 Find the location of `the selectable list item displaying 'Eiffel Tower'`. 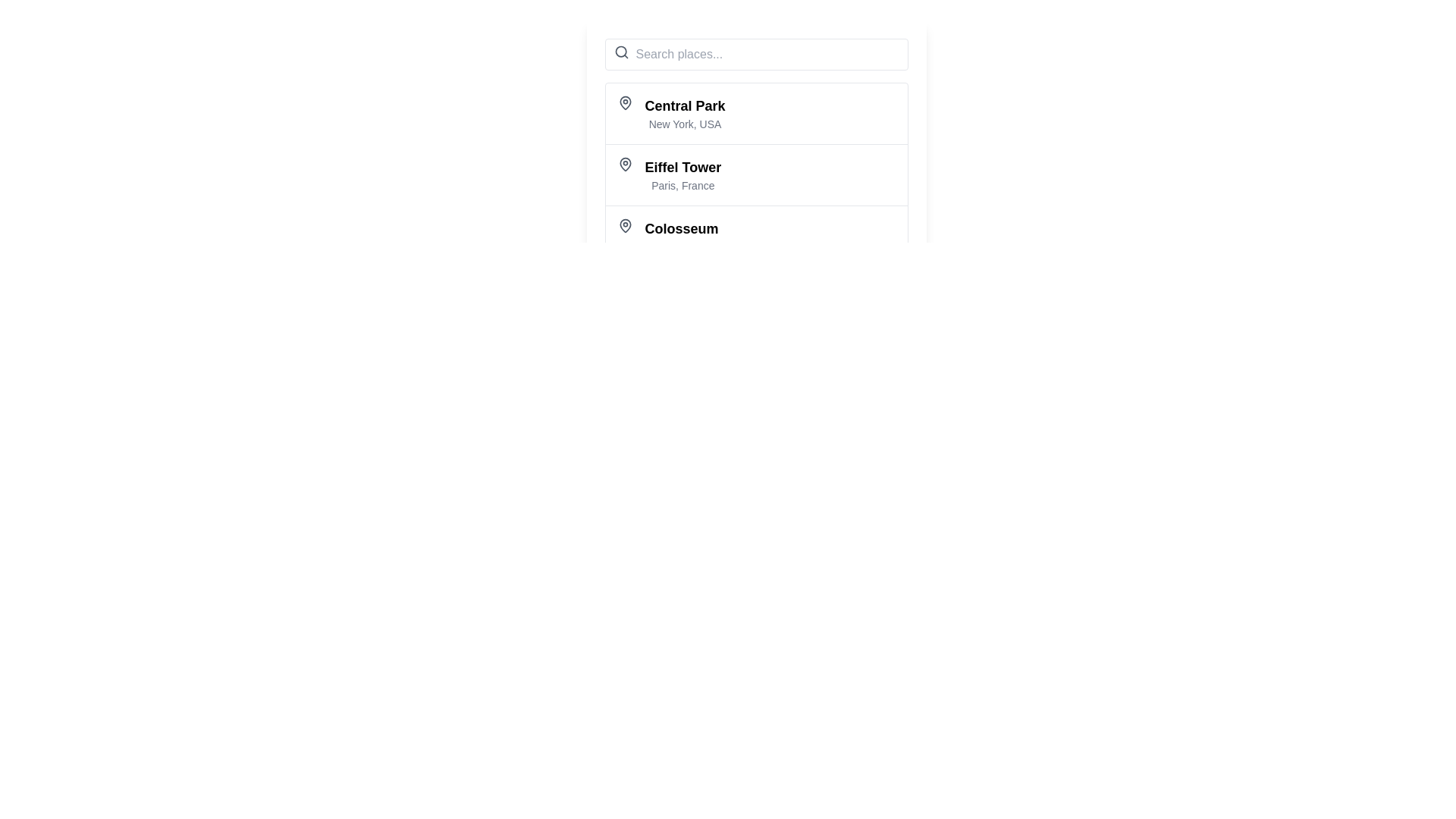

the selectable list item displaying 'Eiffel Tower' is located at coordinates (756, 174).